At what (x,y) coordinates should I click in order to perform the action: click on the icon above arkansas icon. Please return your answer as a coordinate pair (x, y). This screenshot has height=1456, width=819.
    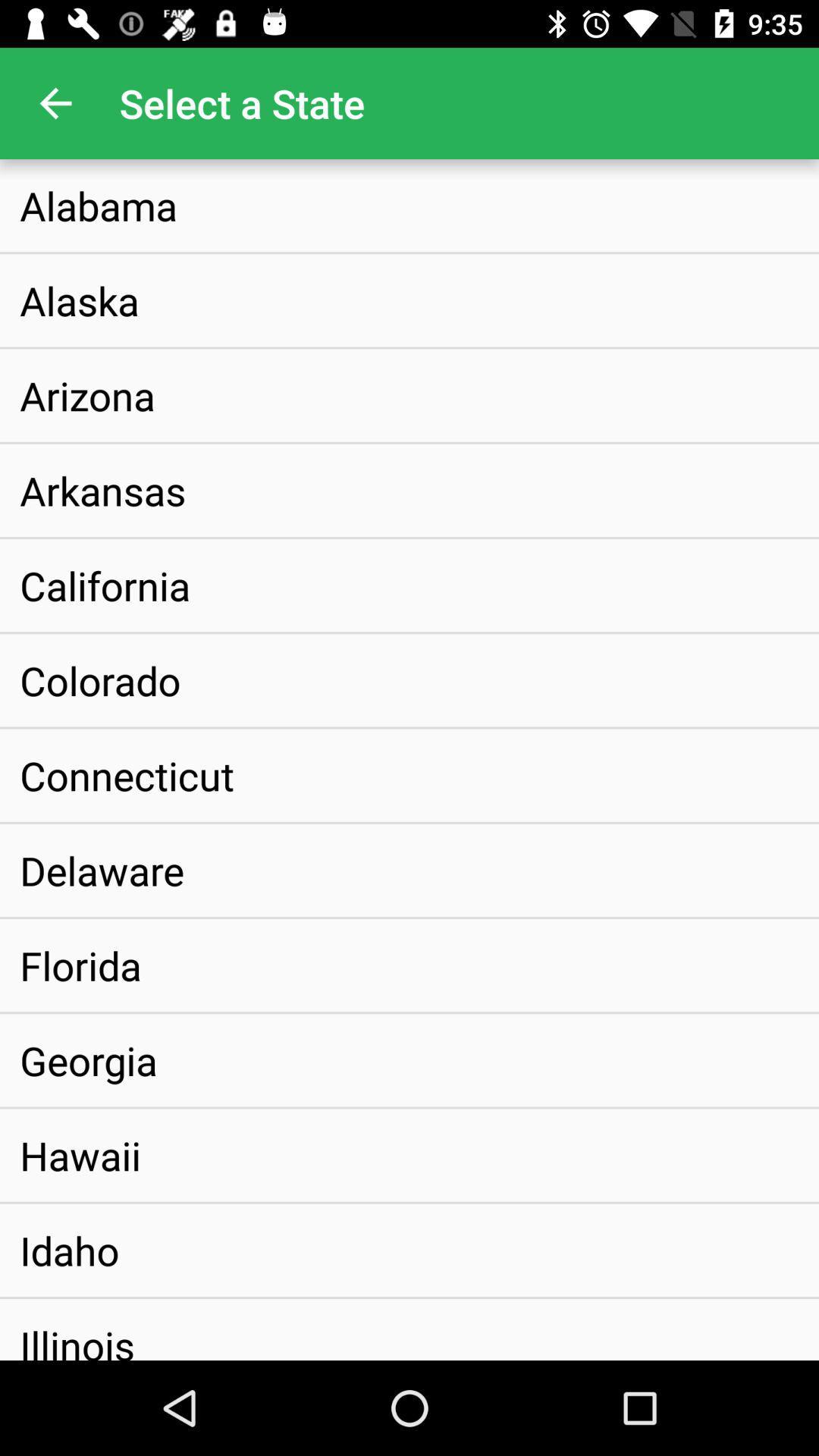
    Looking at the image, I should click on (87, 395).